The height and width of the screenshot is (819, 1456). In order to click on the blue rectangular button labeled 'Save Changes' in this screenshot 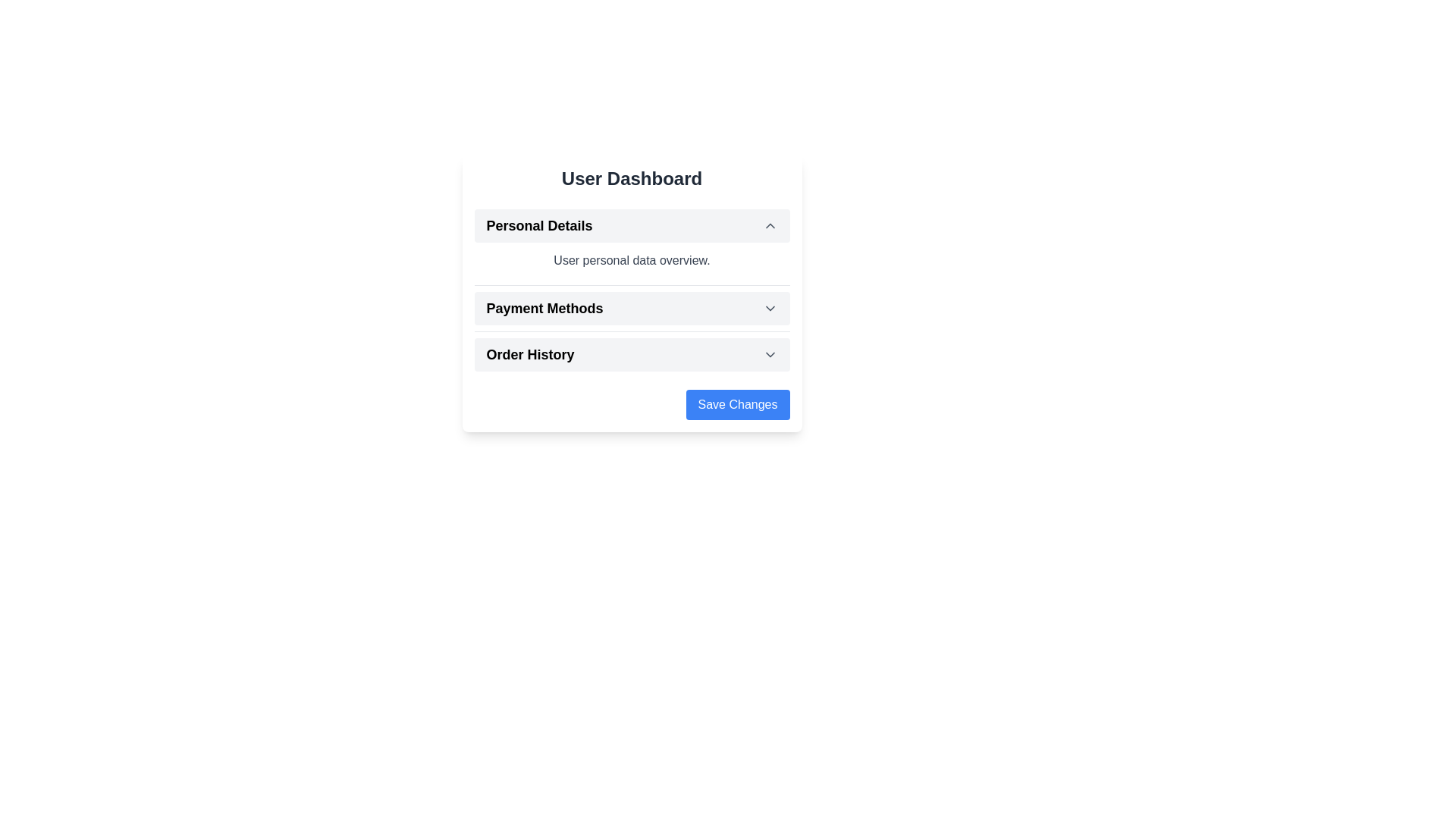, I will do `click(738, 403)`.